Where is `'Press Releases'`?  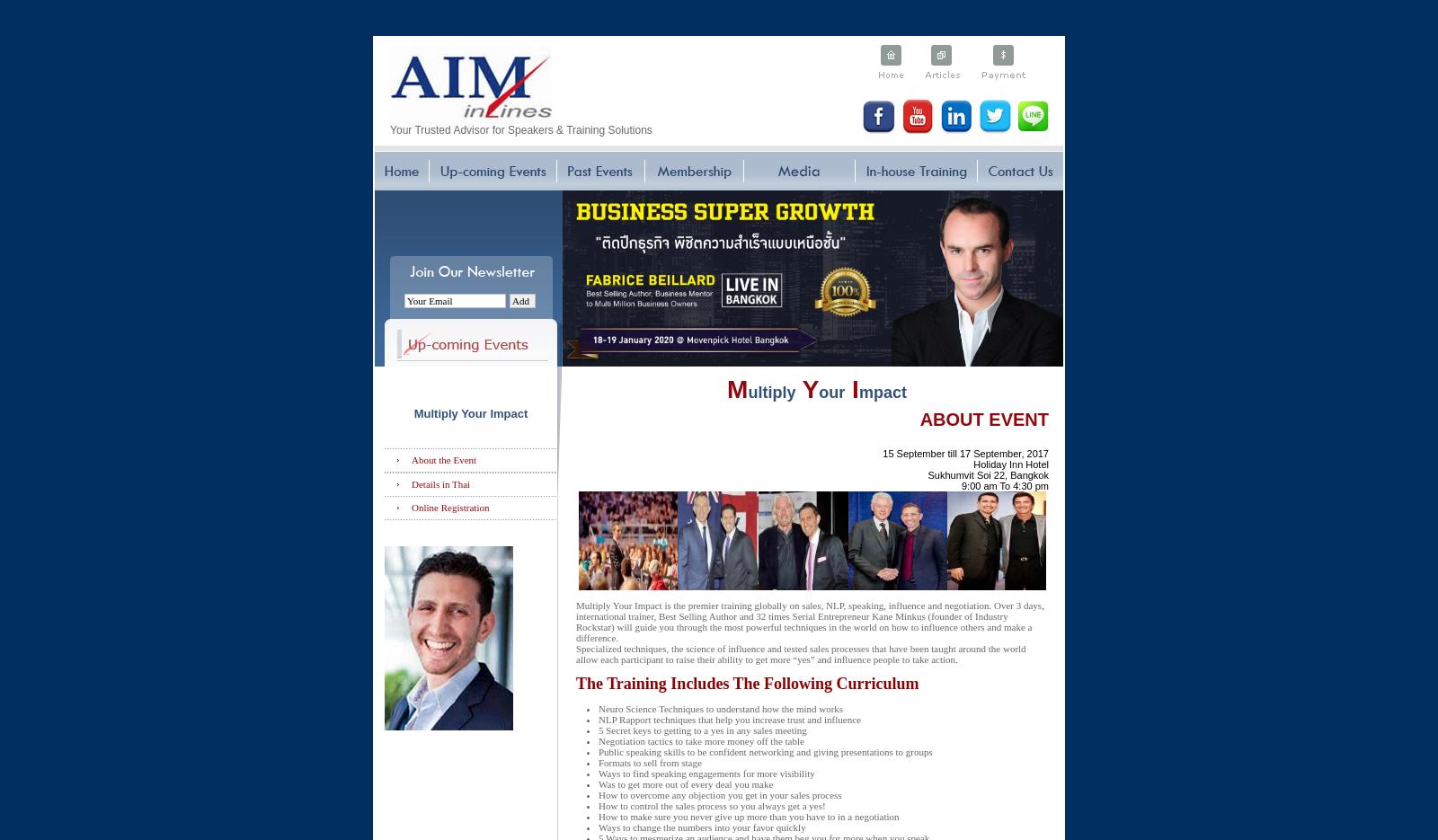 'Press Releases' is located at coordinates (409, 6).